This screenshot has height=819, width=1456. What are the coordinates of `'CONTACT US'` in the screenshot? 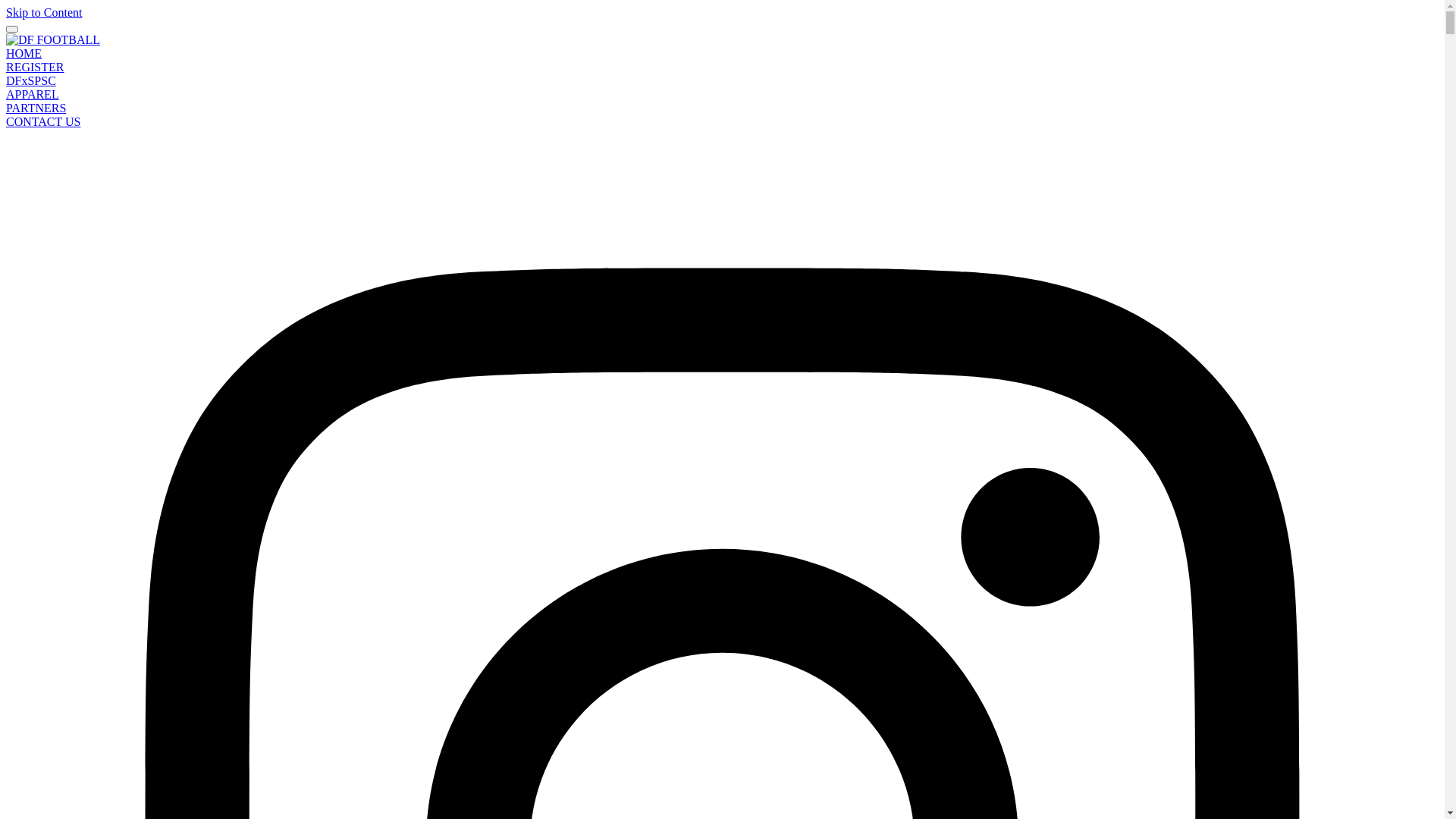 It's located at (6, 121).